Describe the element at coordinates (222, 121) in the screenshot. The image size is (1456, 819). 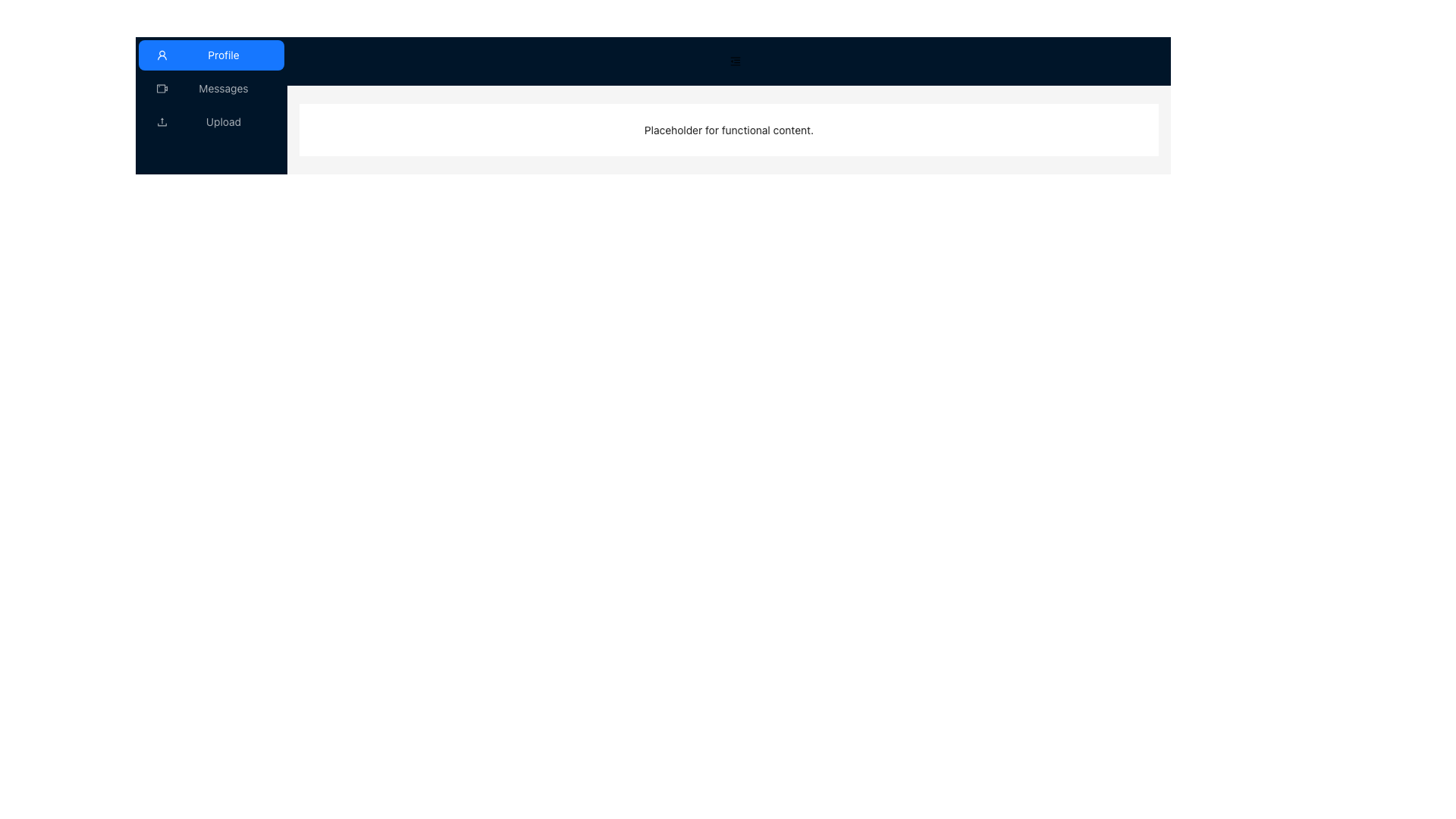
I see `text label that represents the upload action in the vertical navigation bar, located beneath 'Messages'` at that location.